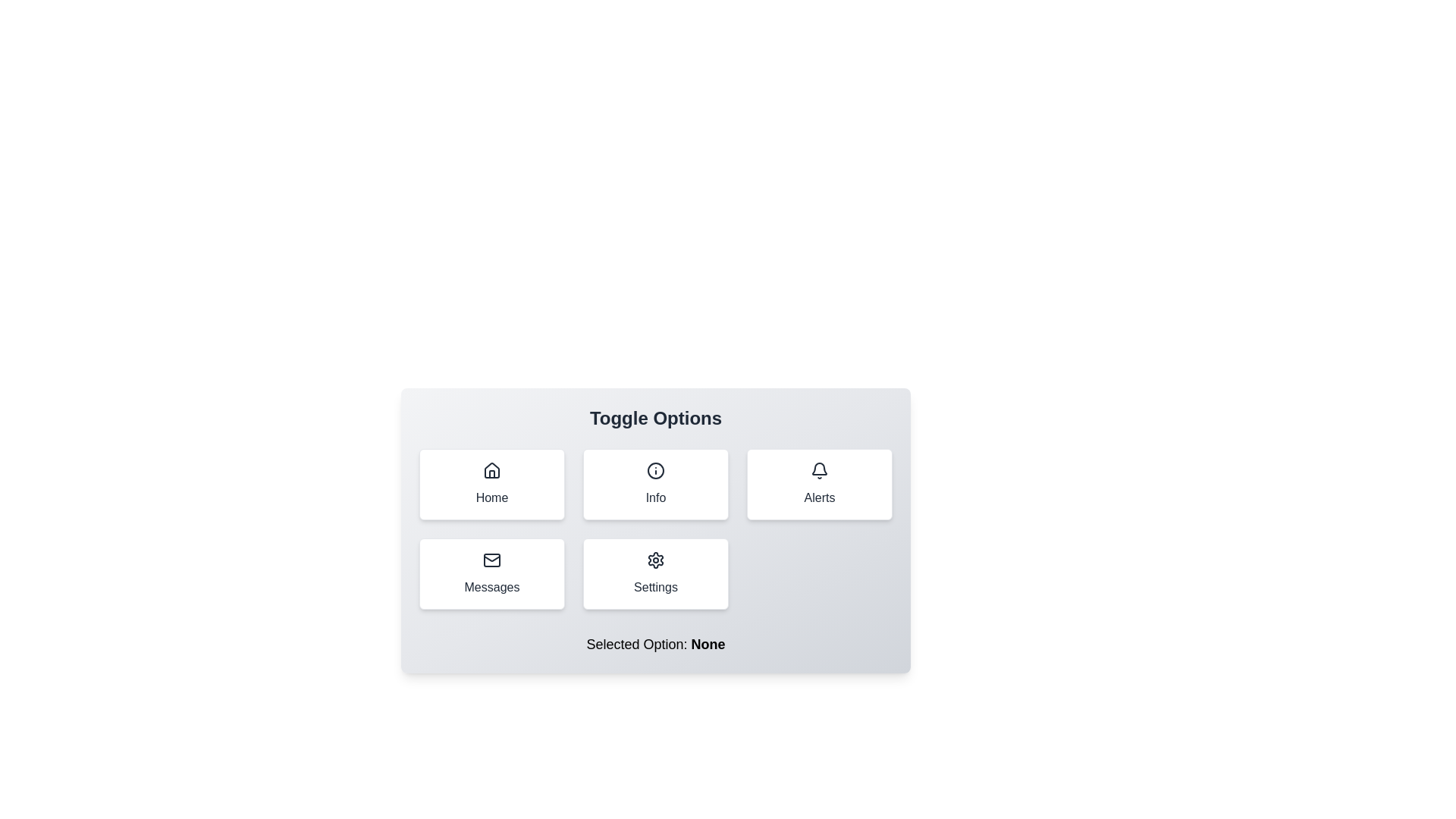  I want to click on the house icon located within the 'Home' button at the top-left corner of the button, so click(491, 469).